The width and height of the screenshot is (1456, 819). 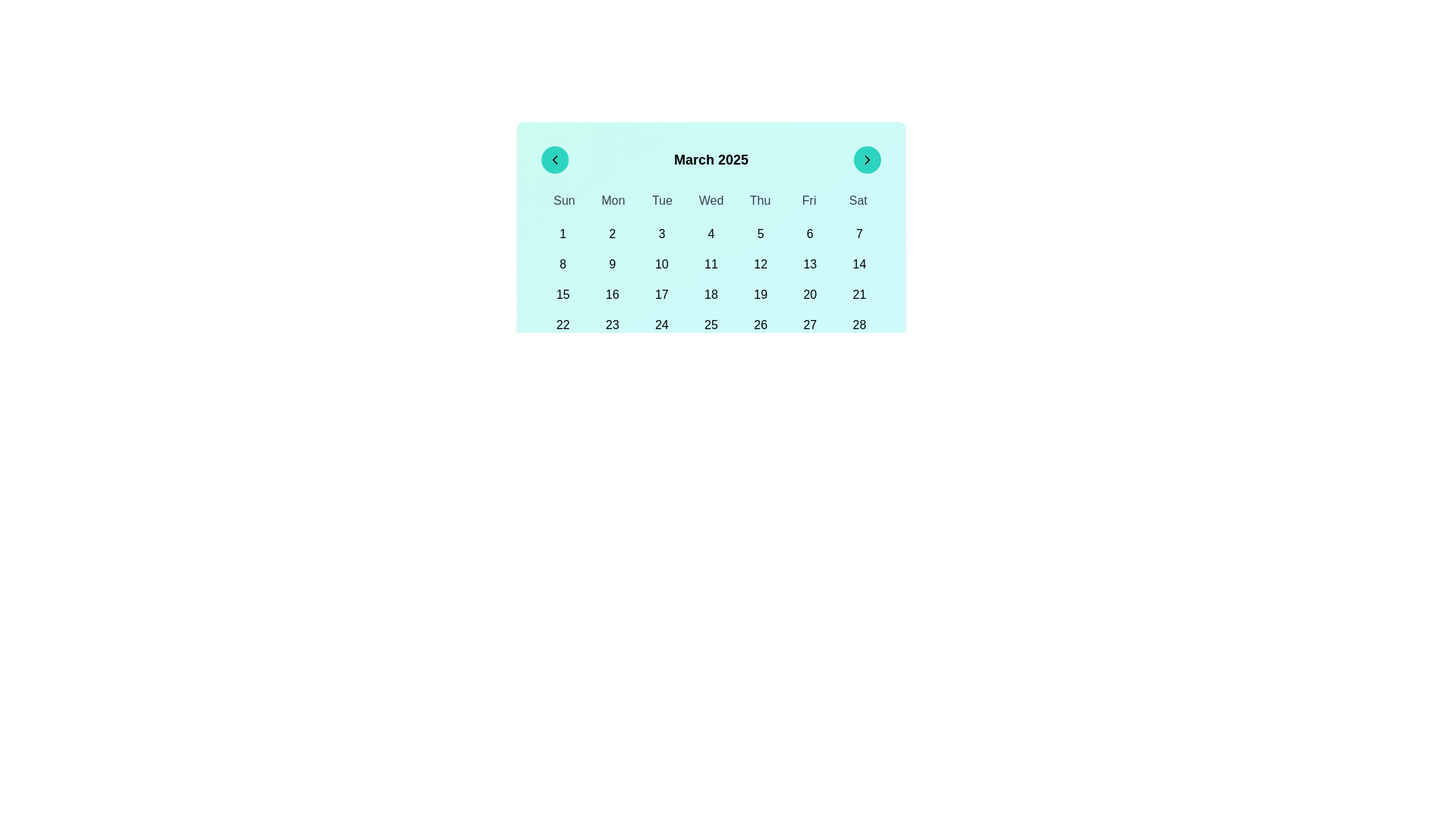 I want to click on the Text Display element that indicates the currently selected month and year in the calendar interface, centrally positioned between two circular navigation buttons, so click(x=710, y=160).